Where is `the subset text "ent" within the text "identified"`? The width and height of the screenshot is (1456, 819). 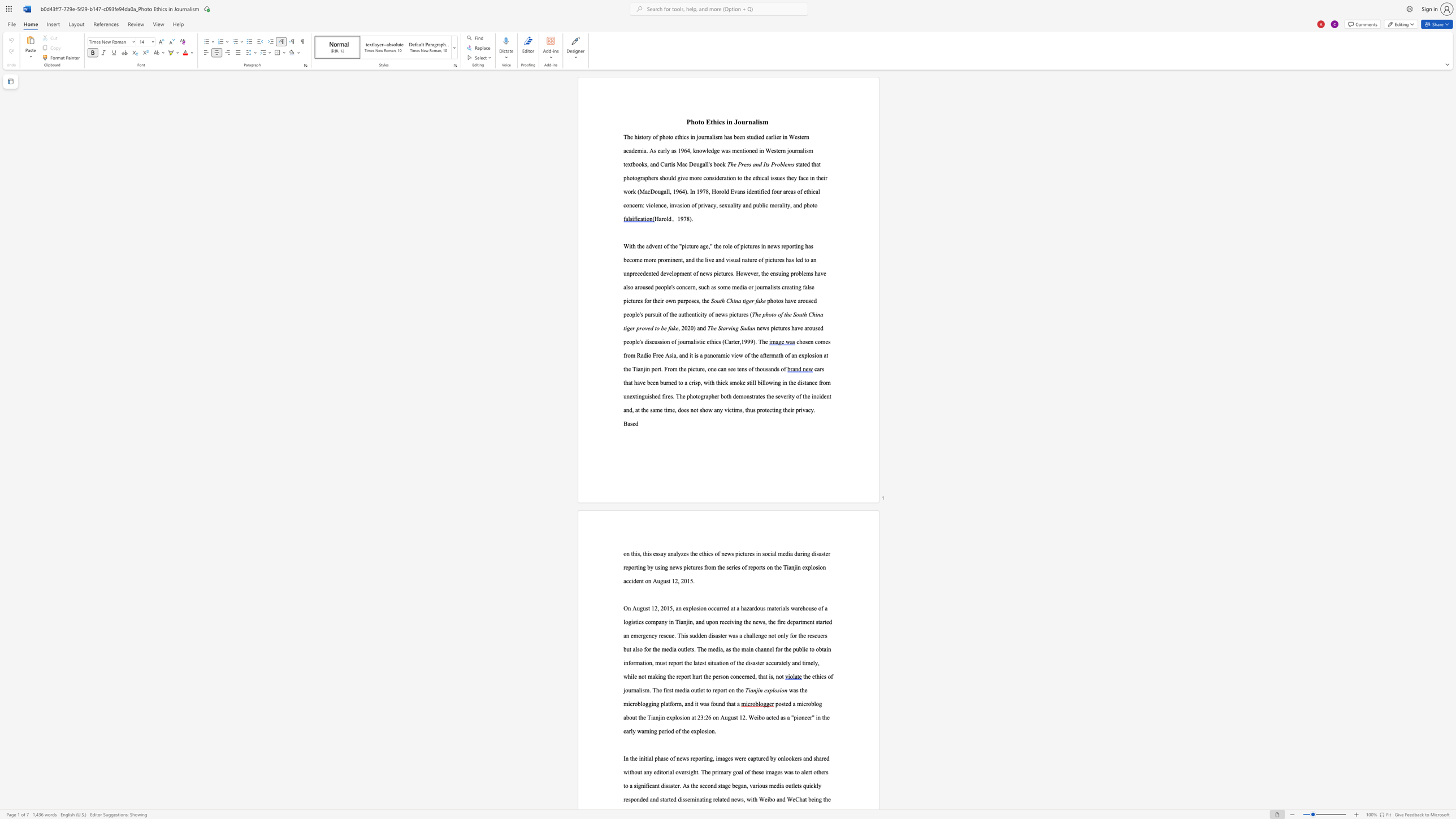 the subset text "ent" within the text "identified" is located at coordinates (752, 190).